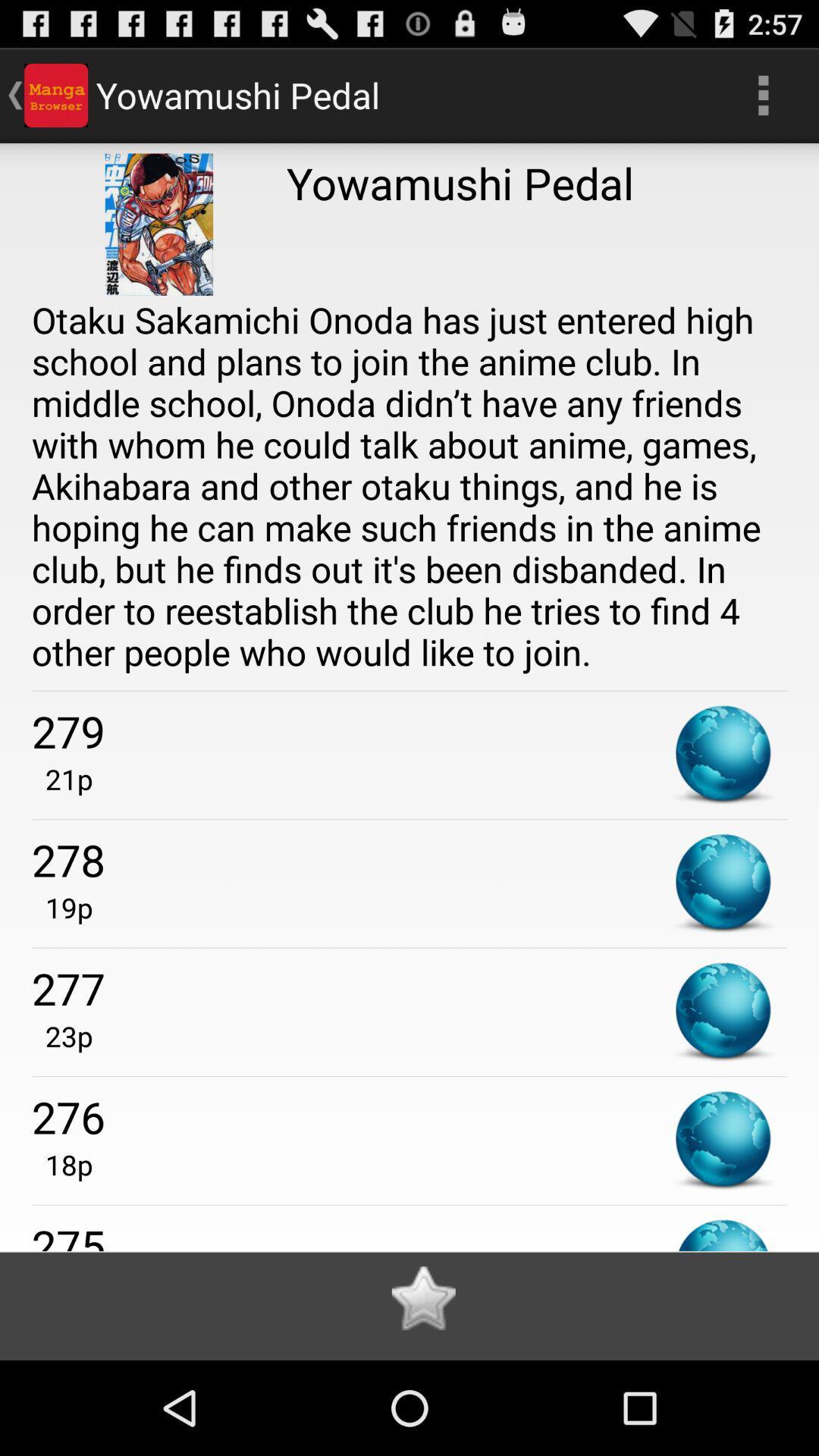 The height and width of the screenshot is (1456, 819). I want to click on the 279 app, so click(409, 731).